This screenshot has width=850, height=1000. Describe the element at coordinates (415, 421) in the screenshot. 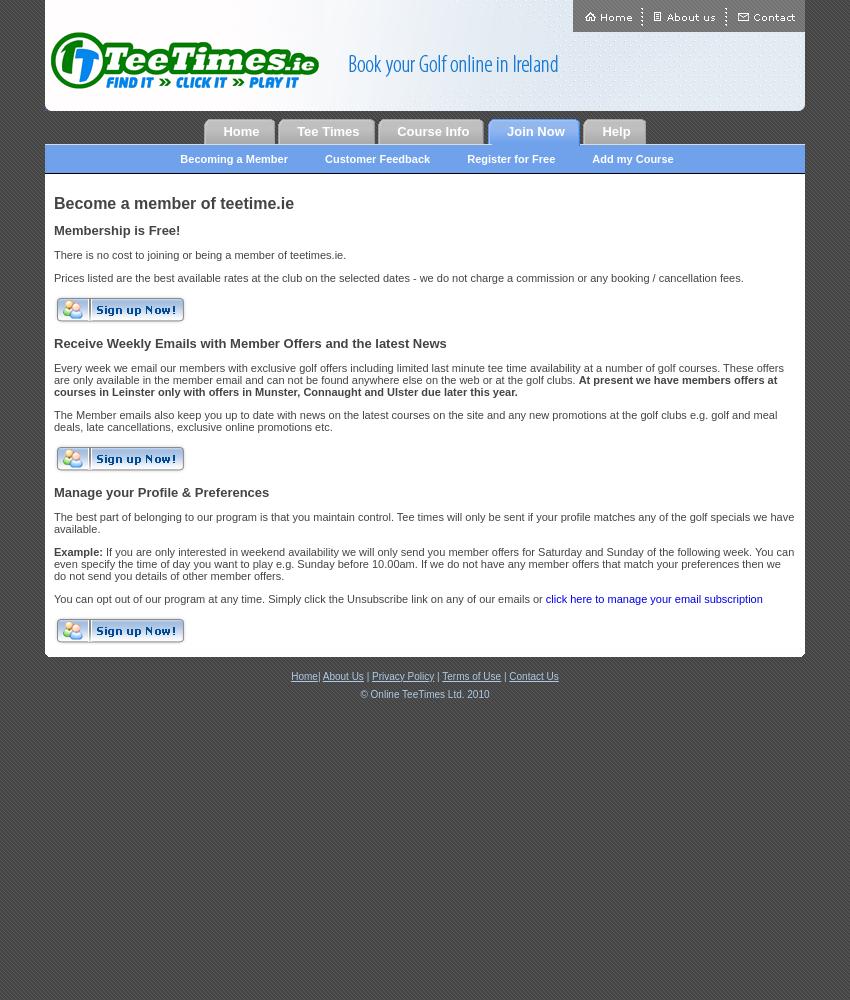

I see `'The Member emails also keep you up to date with news on the latest courses on the site and any new promotions at the golf clubs e.g. golf and meal deals, late cancellations, exclusive online promotions etc.'` at that location.